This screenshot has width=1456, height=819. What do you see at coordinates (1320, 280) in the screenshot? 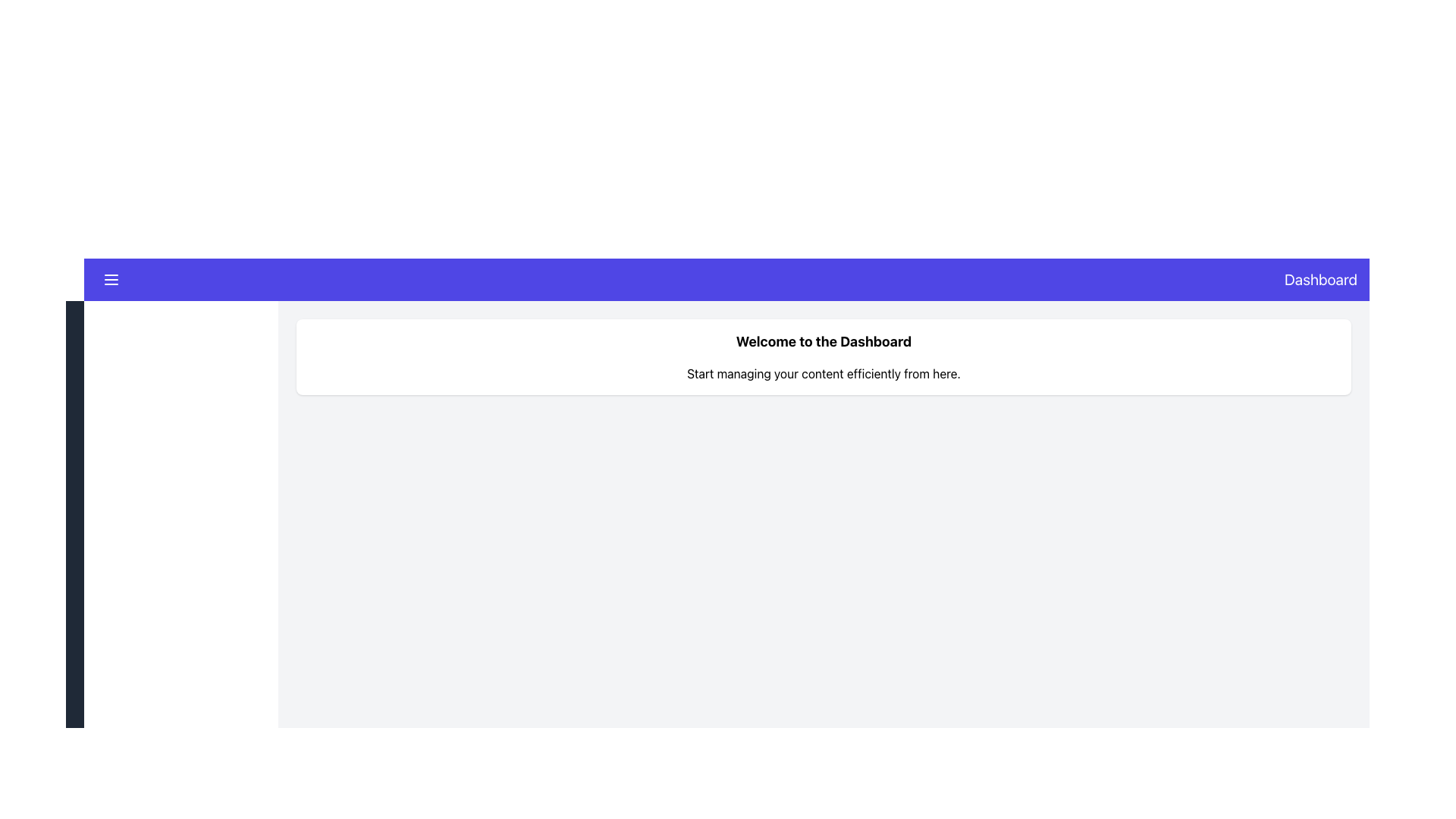
I see `text from the Text Label located at the top right corner of the blue header bar, which indicates the current active page or section of the application` at bounding box center [1320, 280].